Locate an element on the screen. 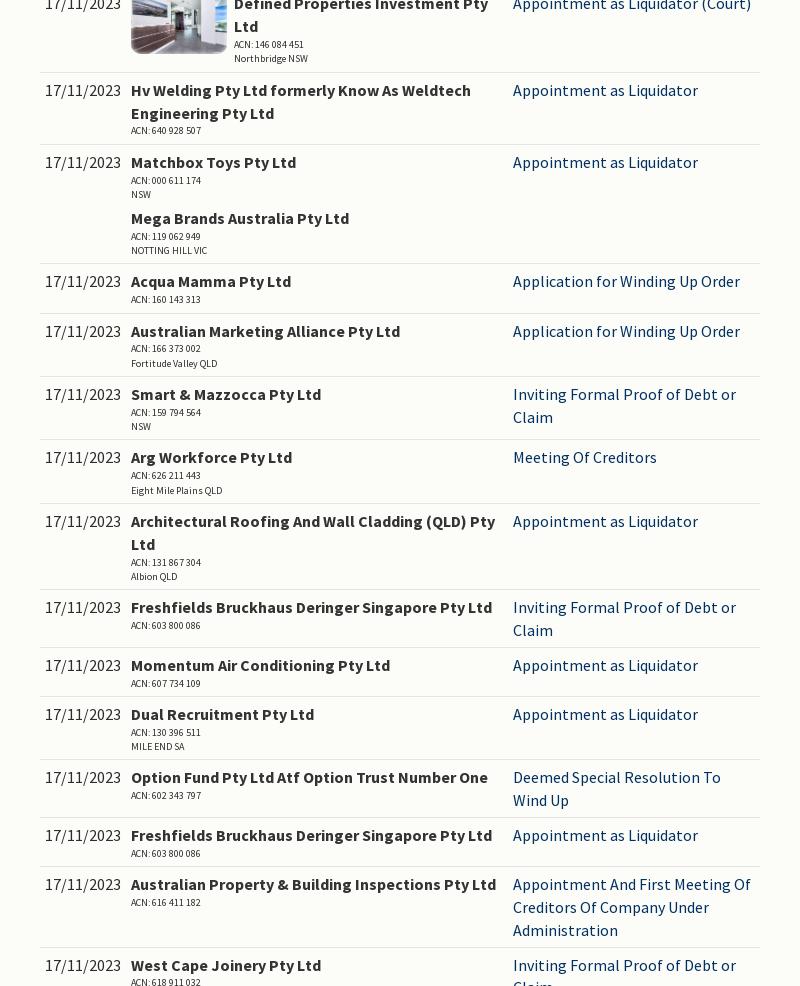 The width and height of the screenshot is (800, 986). 'Appointment And First Meeting Of Creditors Of Company Under Administration' is located at coordinates (631, 906).